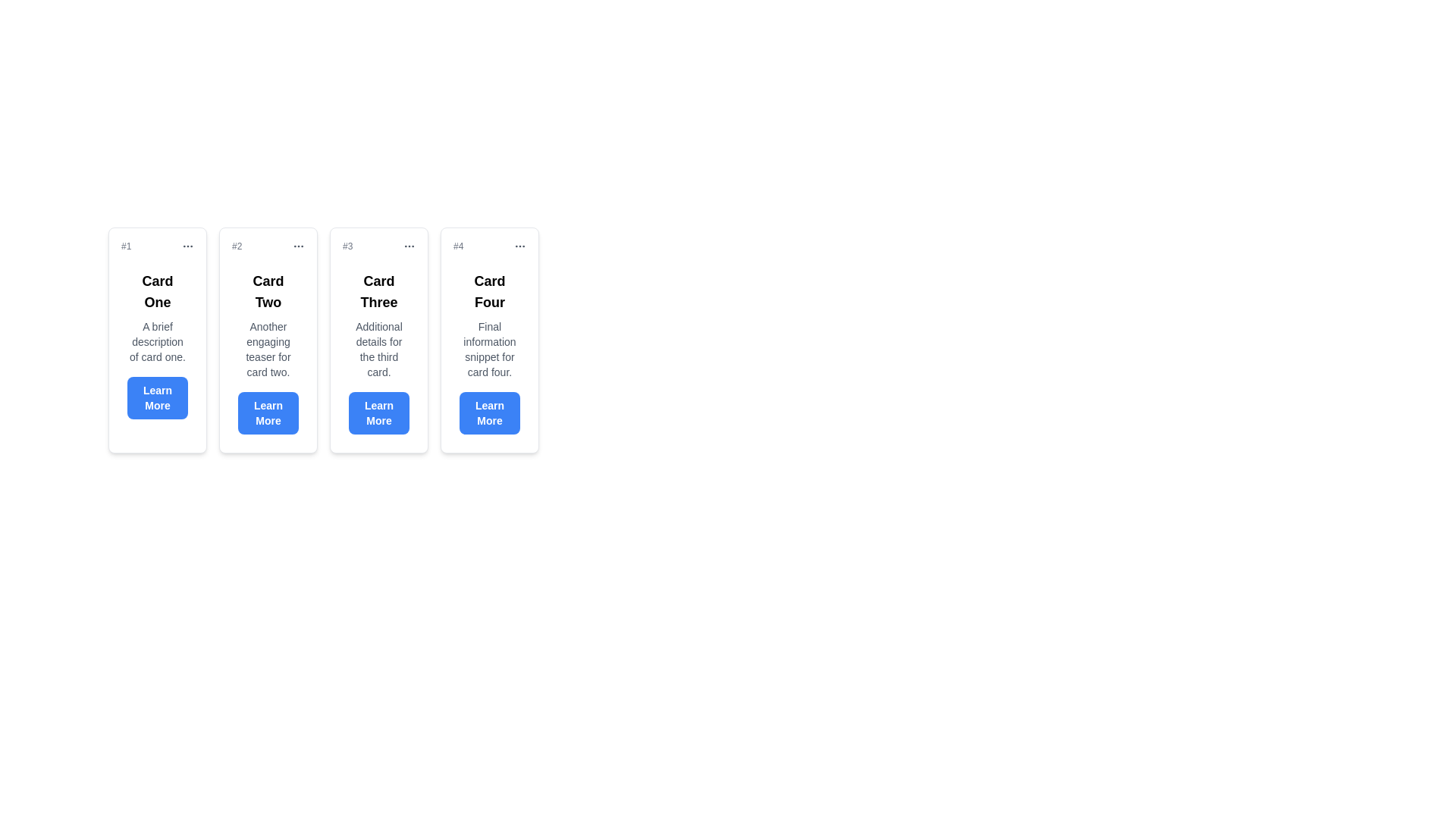  Describe the element at coordinates (520, 245) in the screenshot. I see `the horizontal ellipsis icon in the top-right corner of the card labeled '#4, Card Four'` at that location.